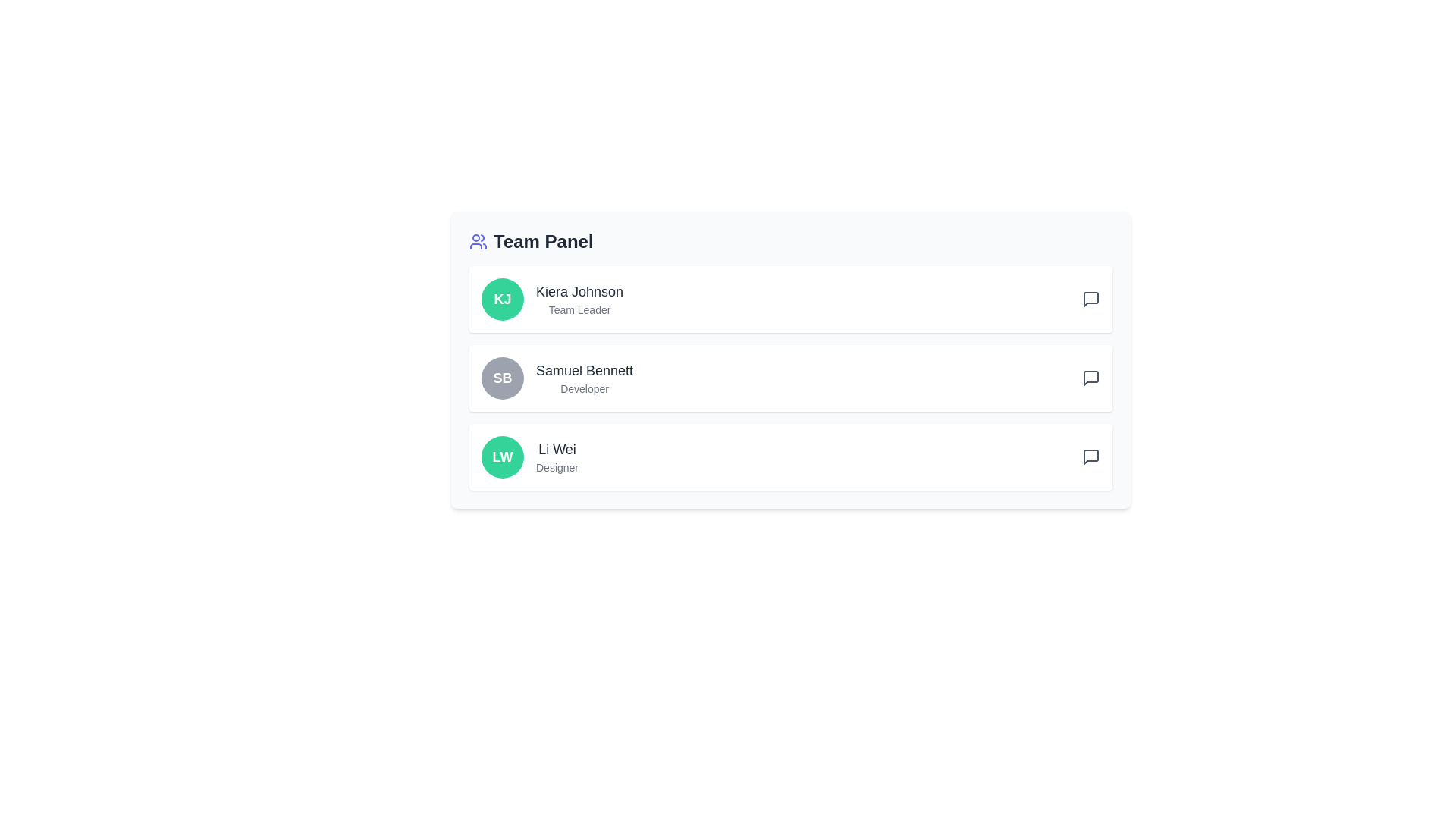  Describe the element at coordinates (556, 467) in the screenshot. I see `the static text label that provides context about 'Li Wei', positioned below the larger text 'Li Wei' in the third entry of a vertically stacked list of card sections` at that location.